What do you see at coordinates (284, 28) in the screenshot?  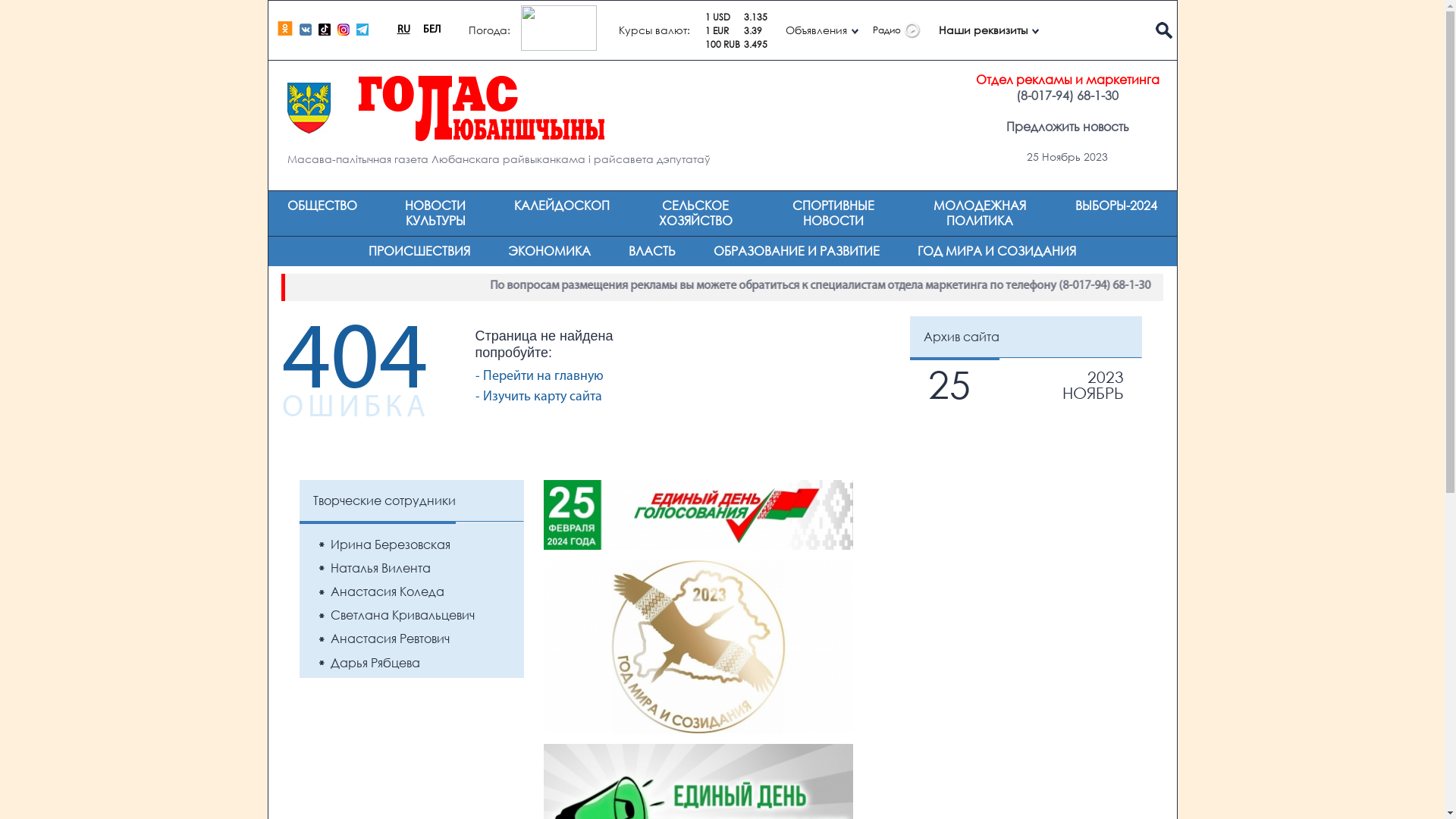 I see `'ok.ru'` at bounding box center [284, 28].